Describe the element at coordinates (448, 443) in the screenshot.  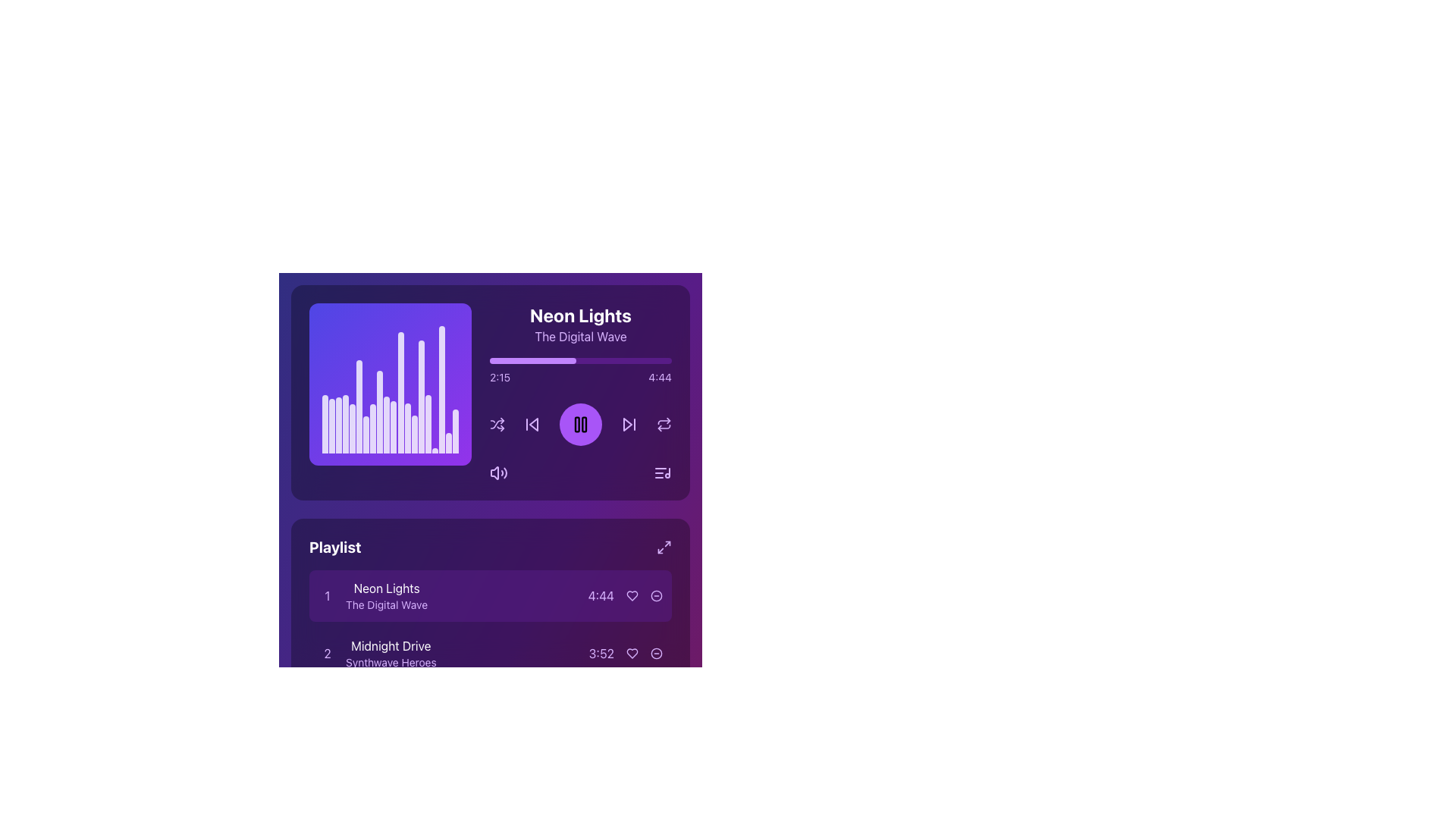
I see `the visual behavior of the last vertical bar in the audio visualization graph segment, which represents the audio signal's intensity` at that location.